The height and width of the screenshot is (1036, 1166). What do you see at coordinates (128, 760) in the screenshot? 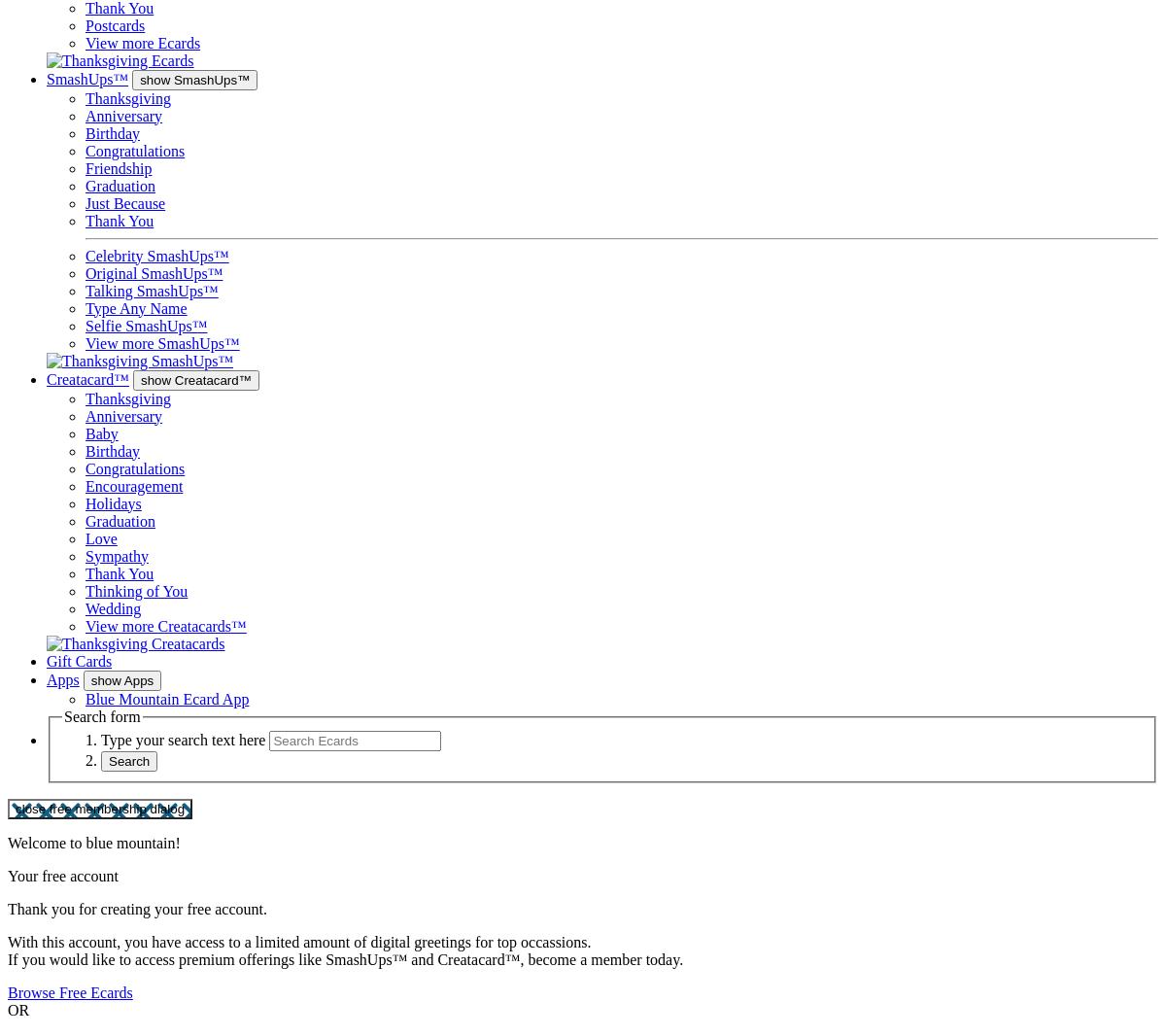
I see `'Search'` at bounding box center [128, 760].